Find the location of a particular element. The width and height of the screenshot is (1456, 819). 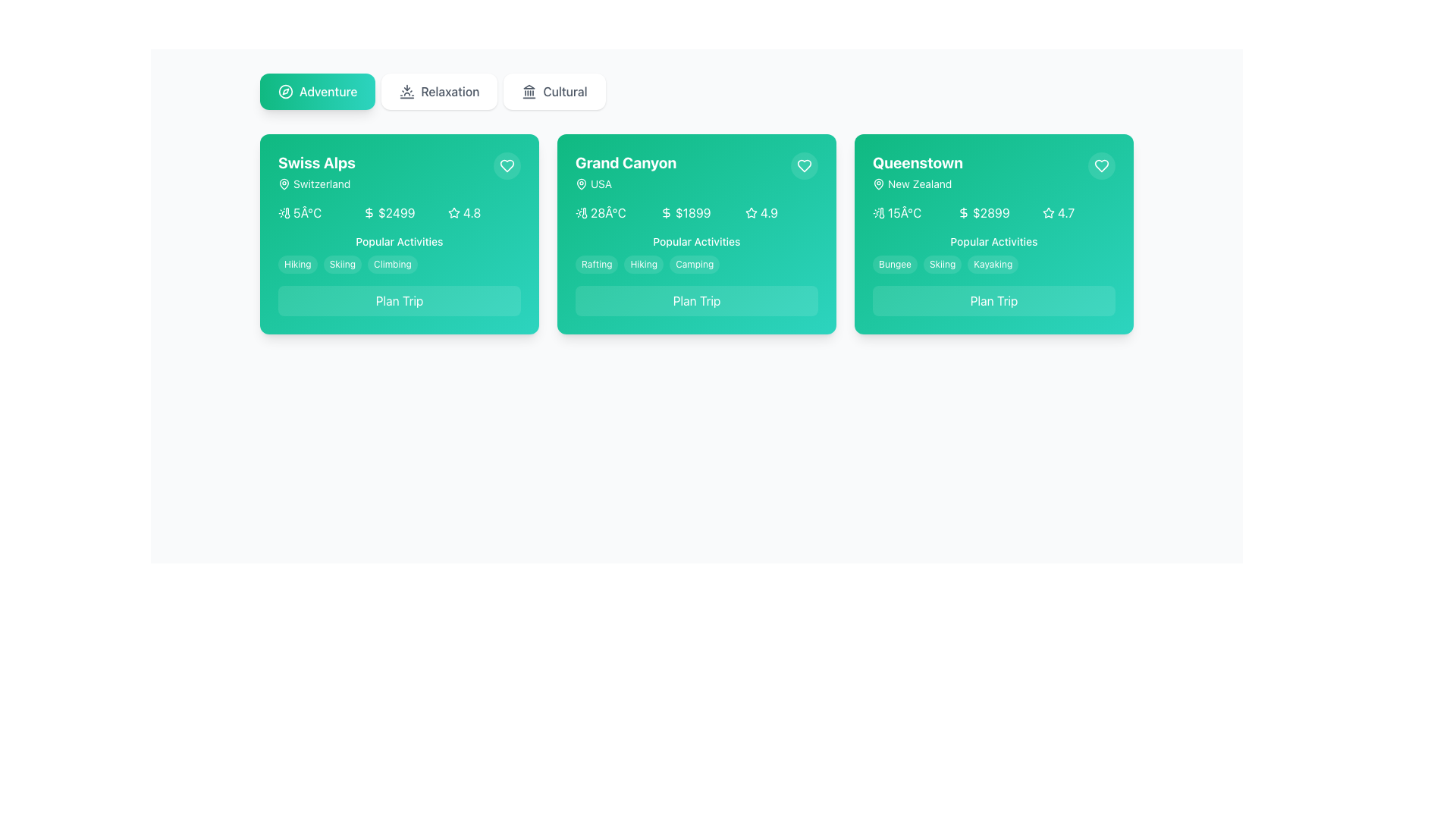

the heart icon in the top-right corner of the 'Queenstown' card to mark it as a favorite is located at coordinates (1102, 166).